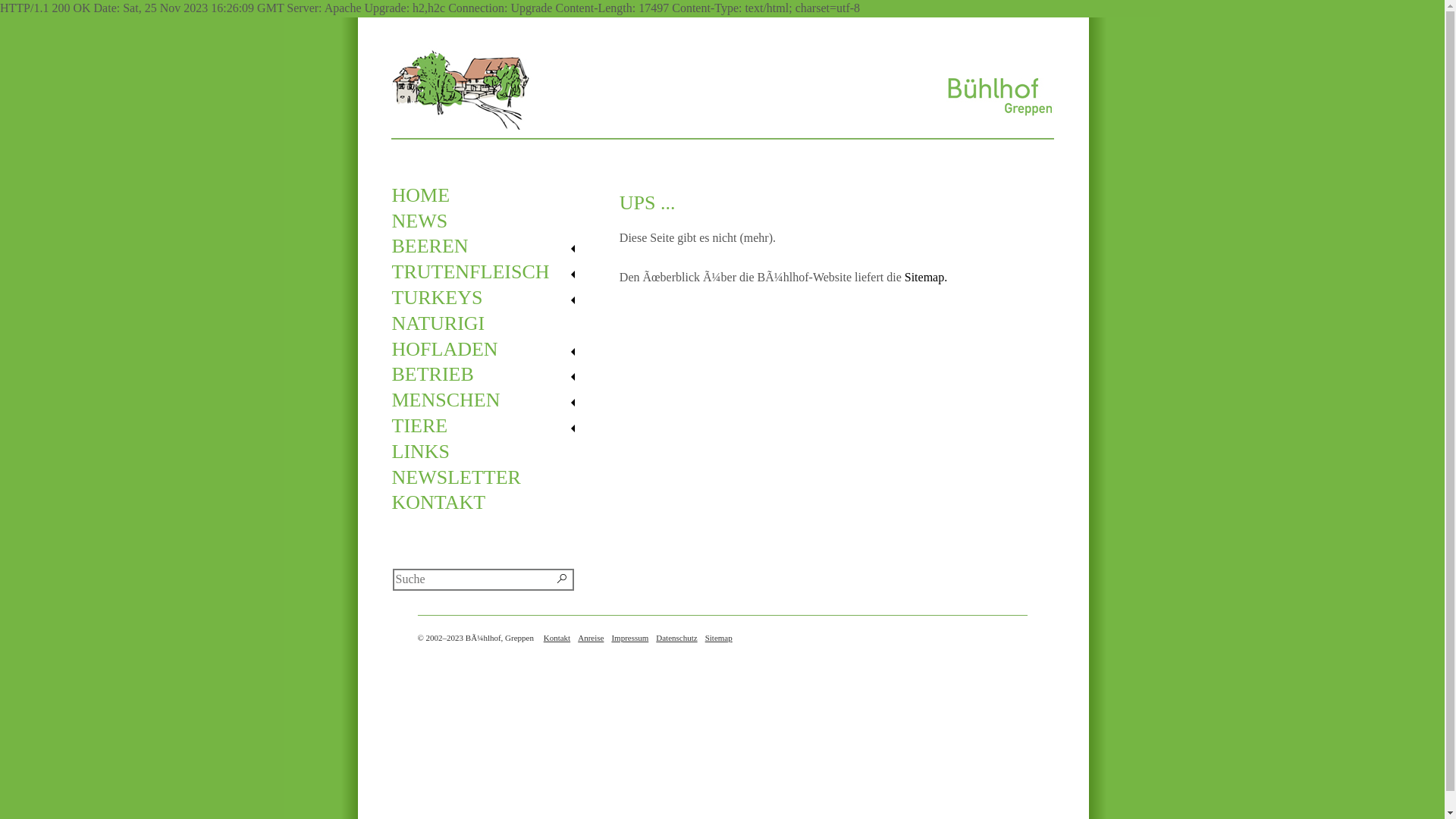 The image size is (1456, 819). I want to click on 'TURKEYS', so click(489, 298).